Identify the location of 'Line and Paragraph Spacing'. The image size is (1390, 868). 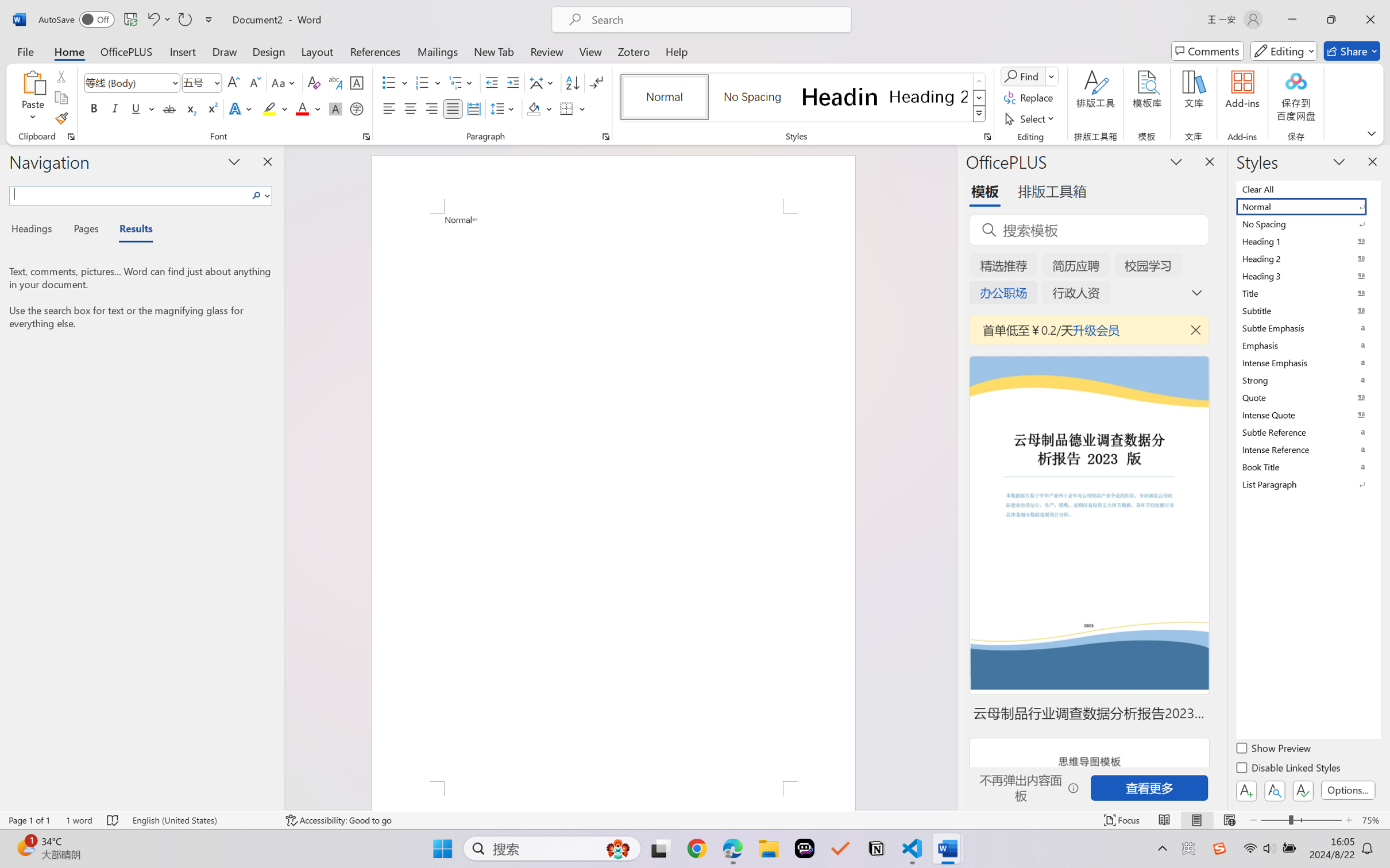
(503, 108).